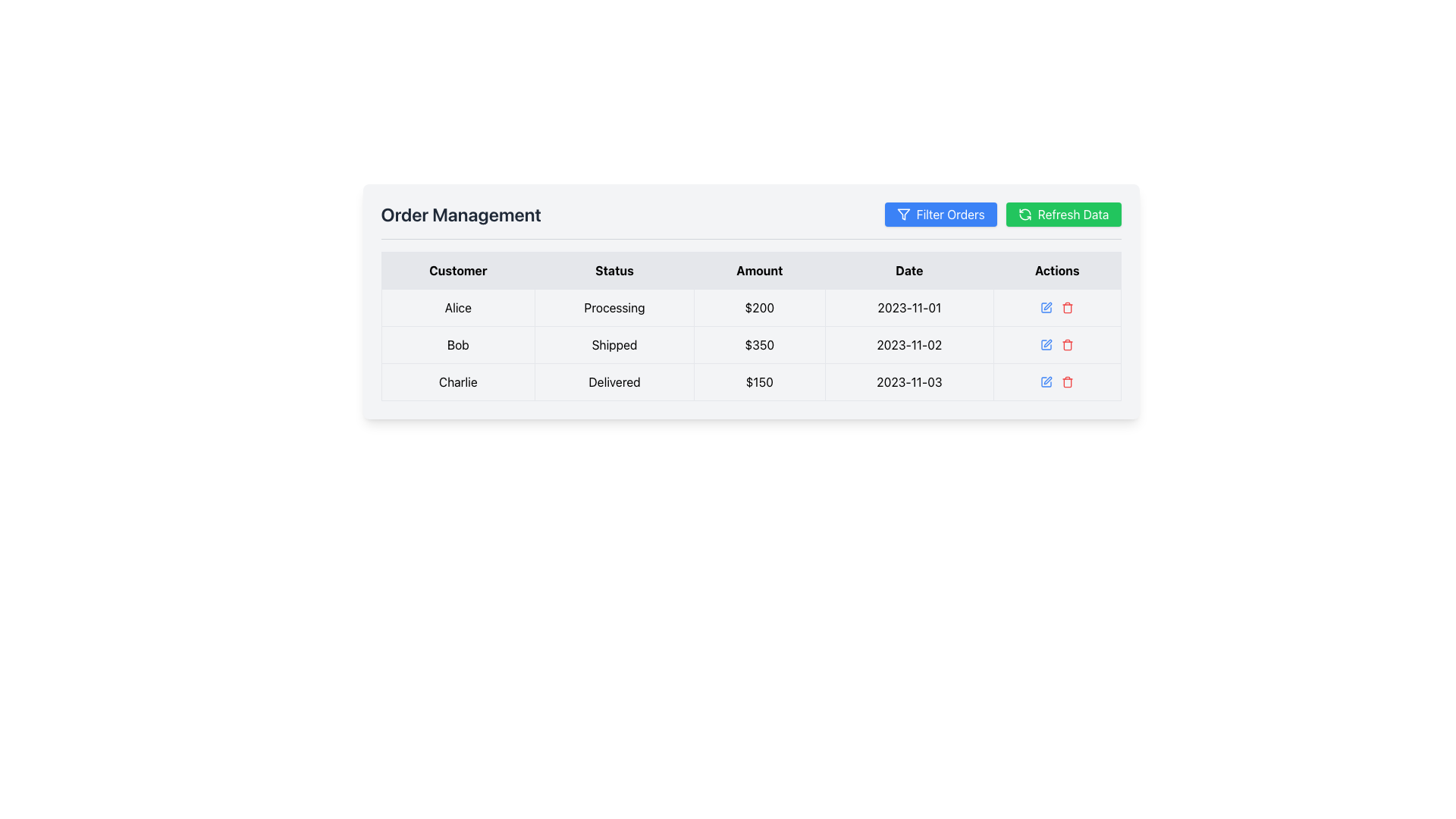  Describe the element at coordinates (1046, 345) in the screenshot. I see `the SVG icon element located in the 'Actions' column of the order management table for 'Bob', specifically targeting the first part of the icon` at that location.